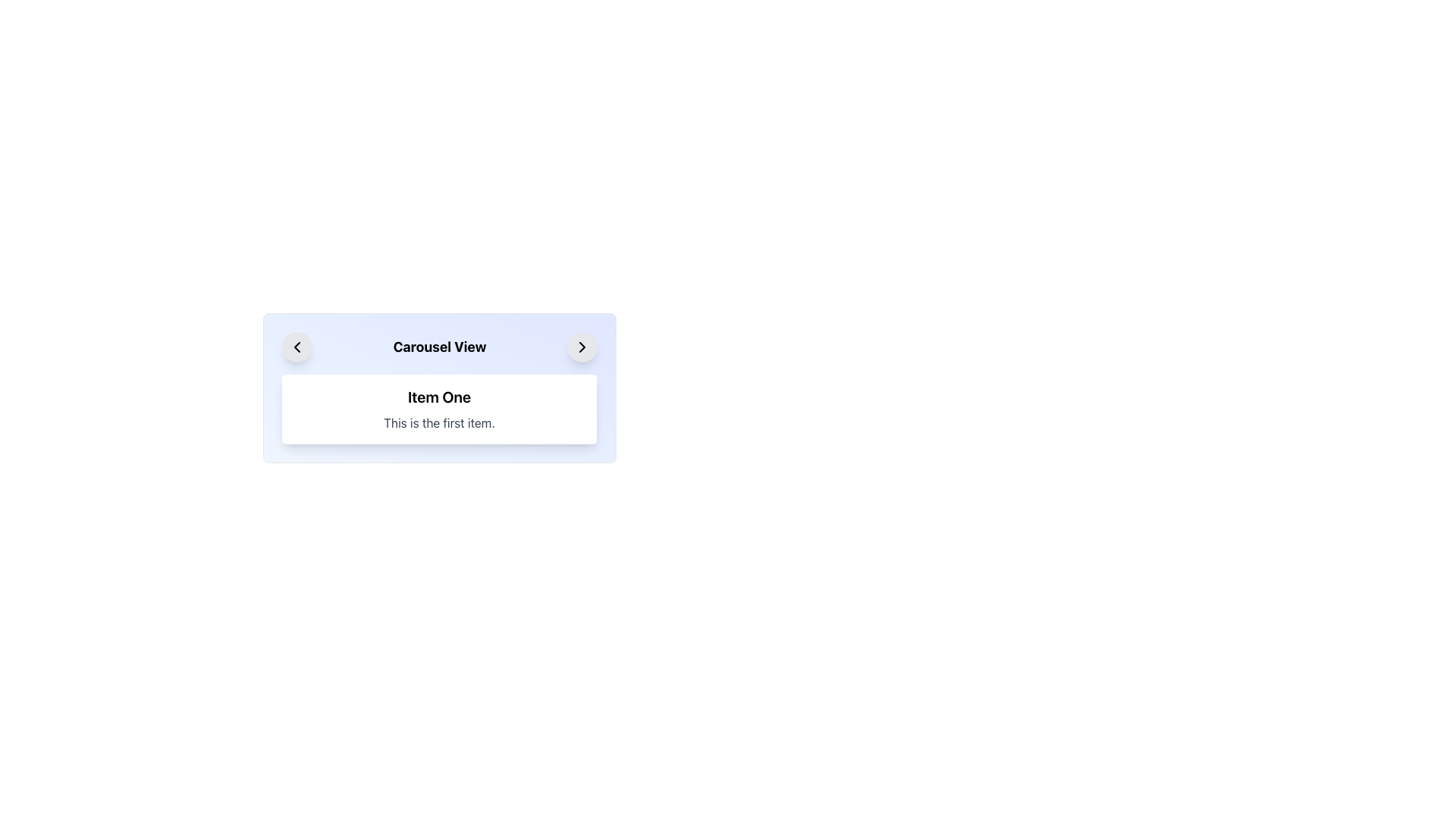  What do you see at coordinates (582, 347) in the screenshot?
I see `the 'Next' button, which is a right-facing arrow icon located at the top-right of the carousel card` at bounding box center [582, 347].